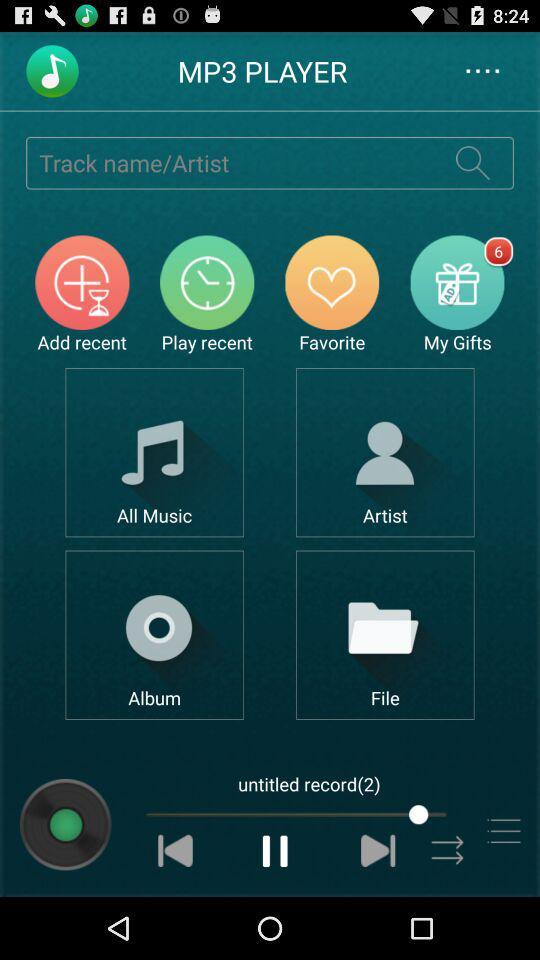  I want to click on open from files, so click(385, 634).